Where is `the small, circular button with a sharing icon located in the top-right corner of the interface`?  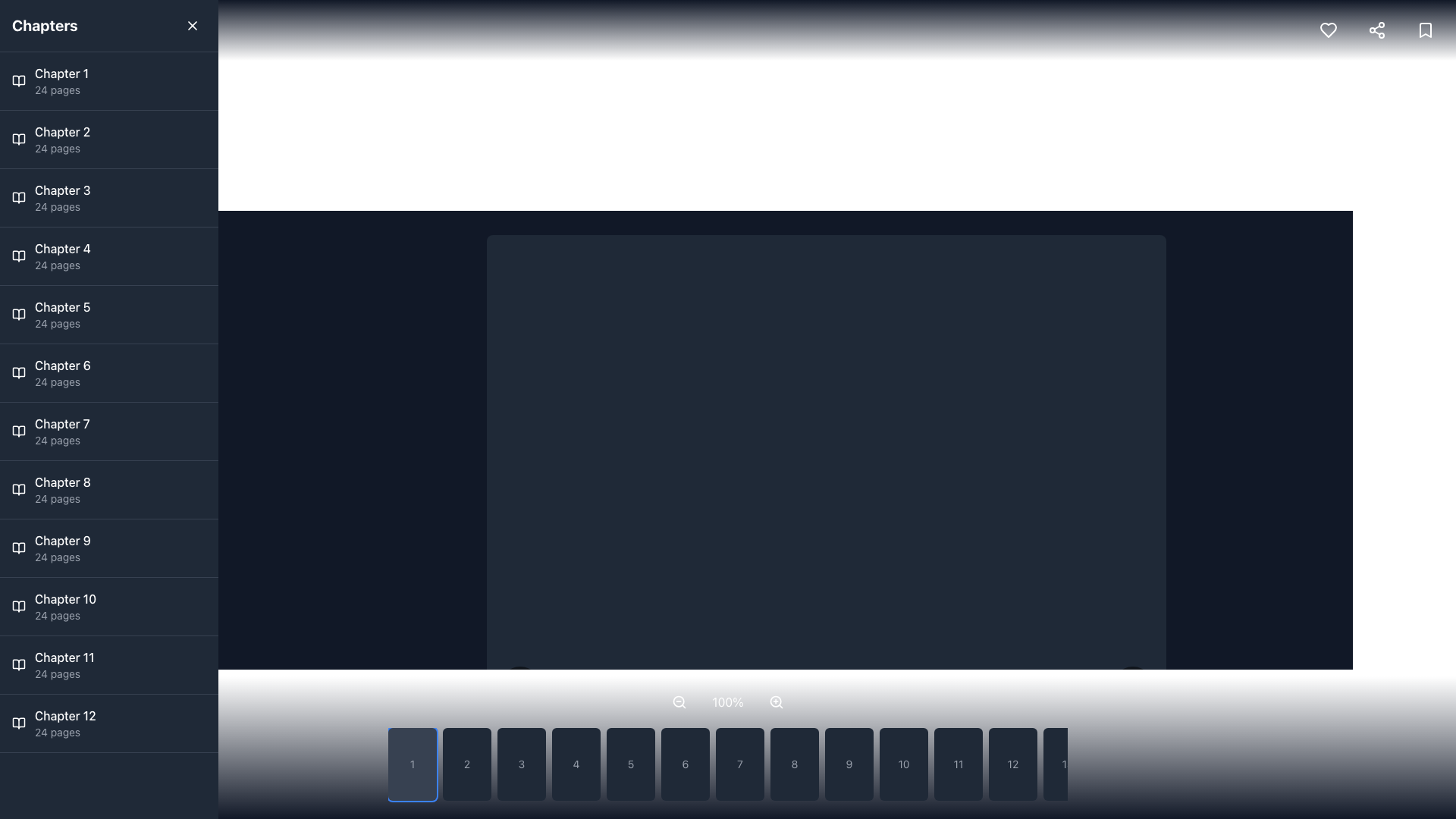 the small, circular button with a sharing icon located in the top-right corner of the interface is located at coordinates (1376, 30).